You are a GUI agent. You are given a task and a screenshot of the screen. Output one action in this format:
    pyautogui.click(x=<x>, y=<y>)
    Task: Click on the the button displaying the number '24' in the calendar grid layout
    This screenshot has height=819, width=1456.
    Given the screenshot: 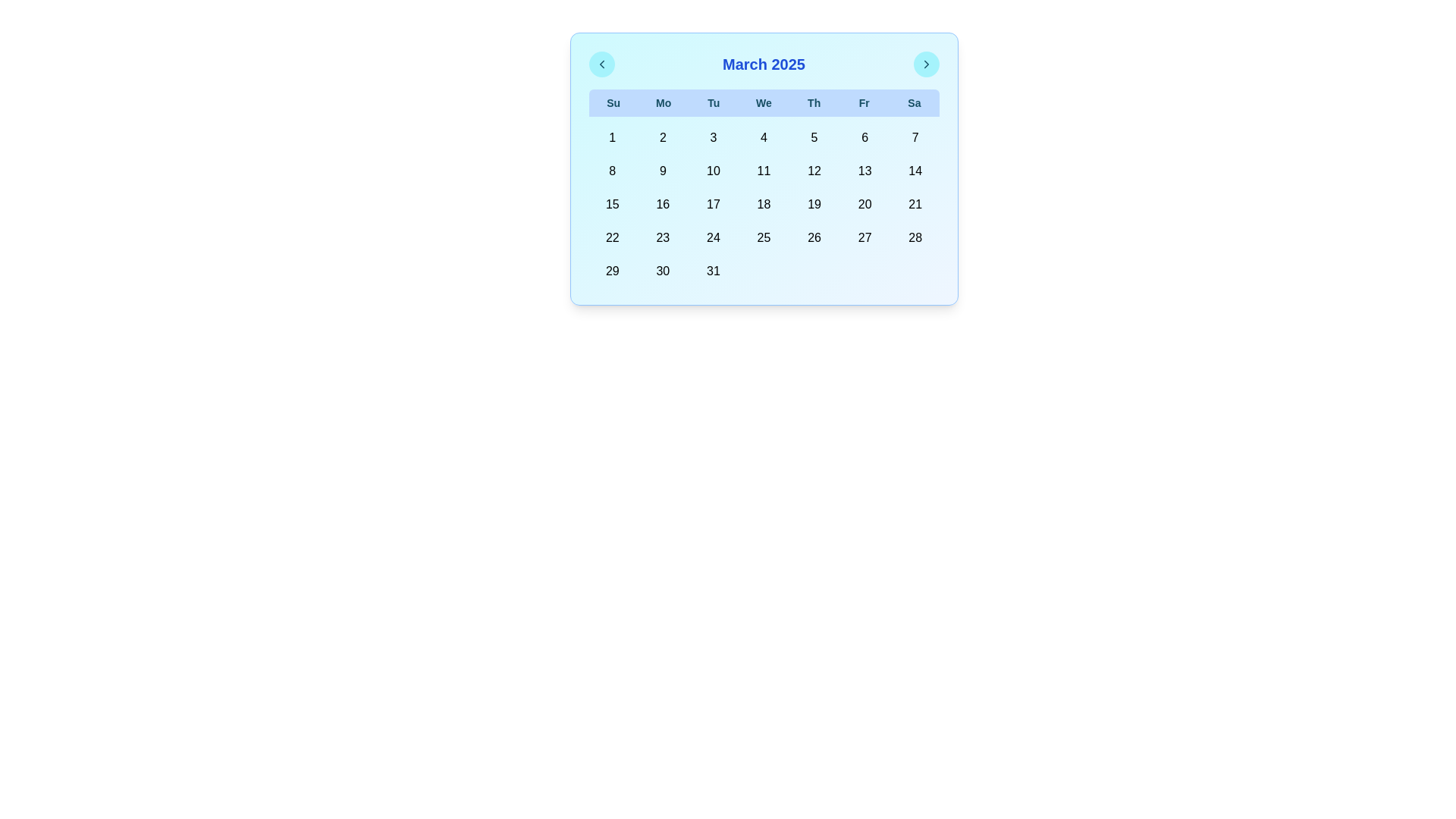 What is the action you would take?
    pyautogui.click(x=712, y=237)
    